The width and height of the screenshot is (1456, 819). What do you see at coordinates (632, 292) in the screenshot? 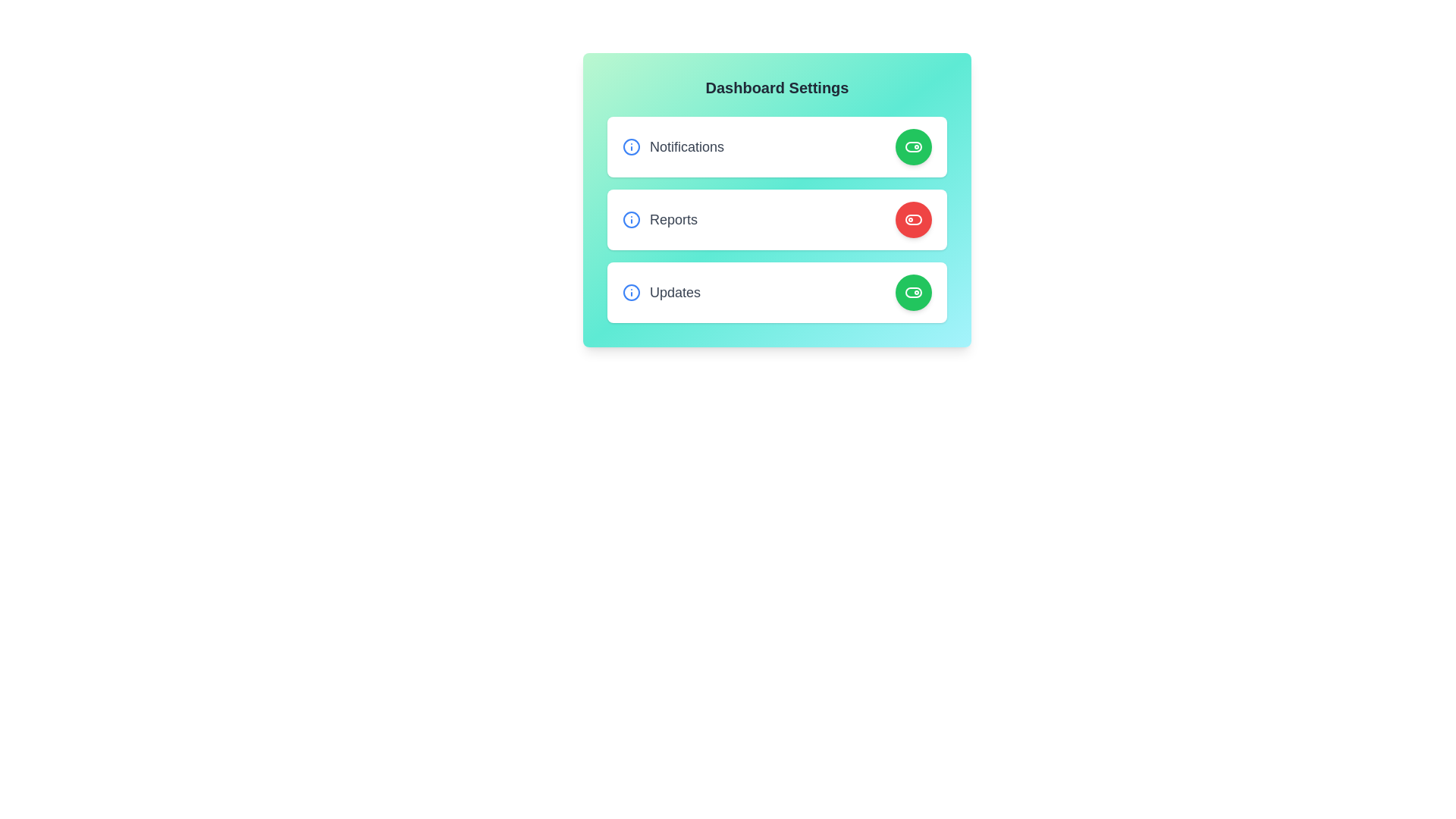
I see `information icon for the Updates setting` at bounding box center [632, 292].